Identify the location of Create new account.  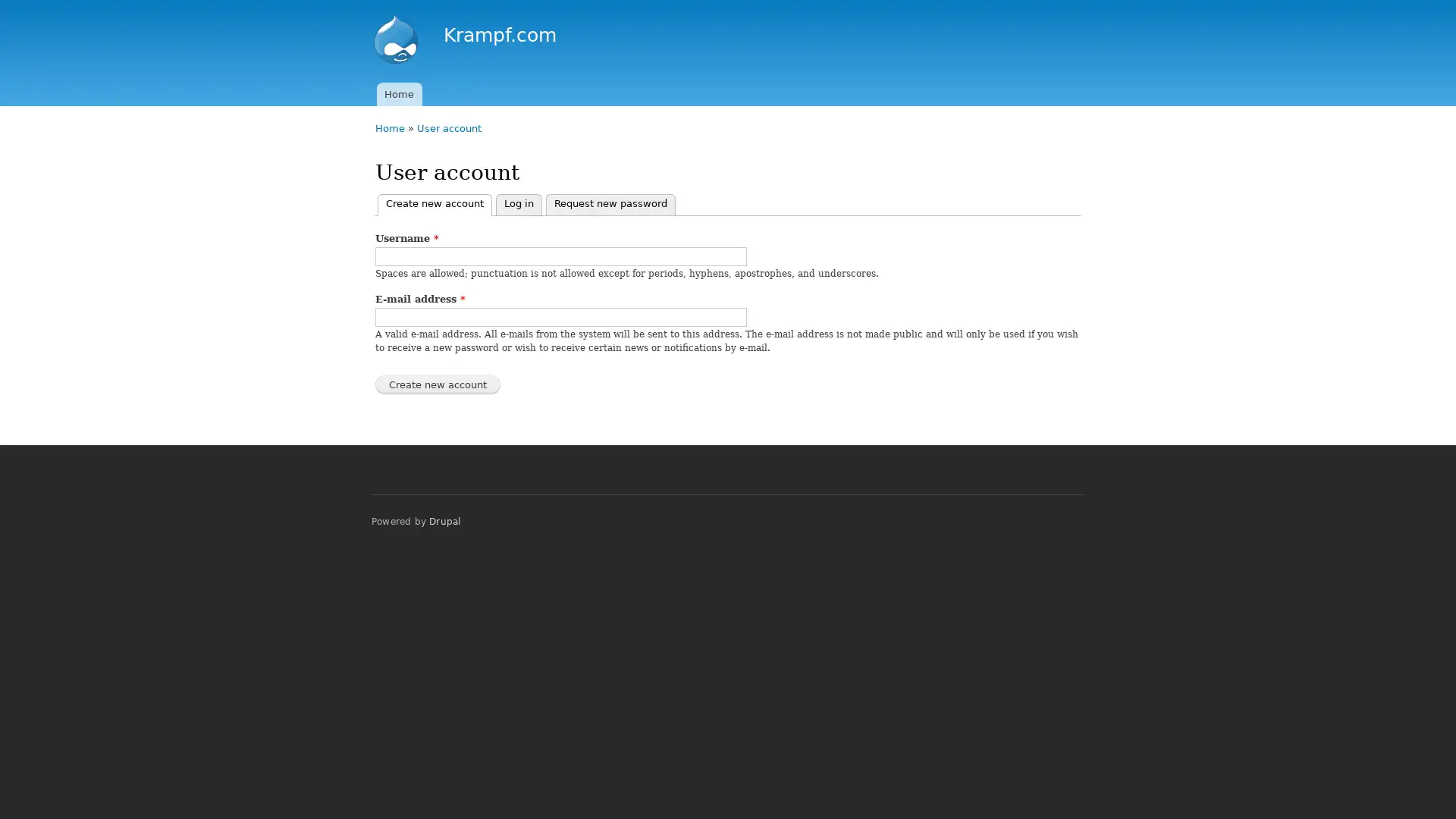
(437, 384).